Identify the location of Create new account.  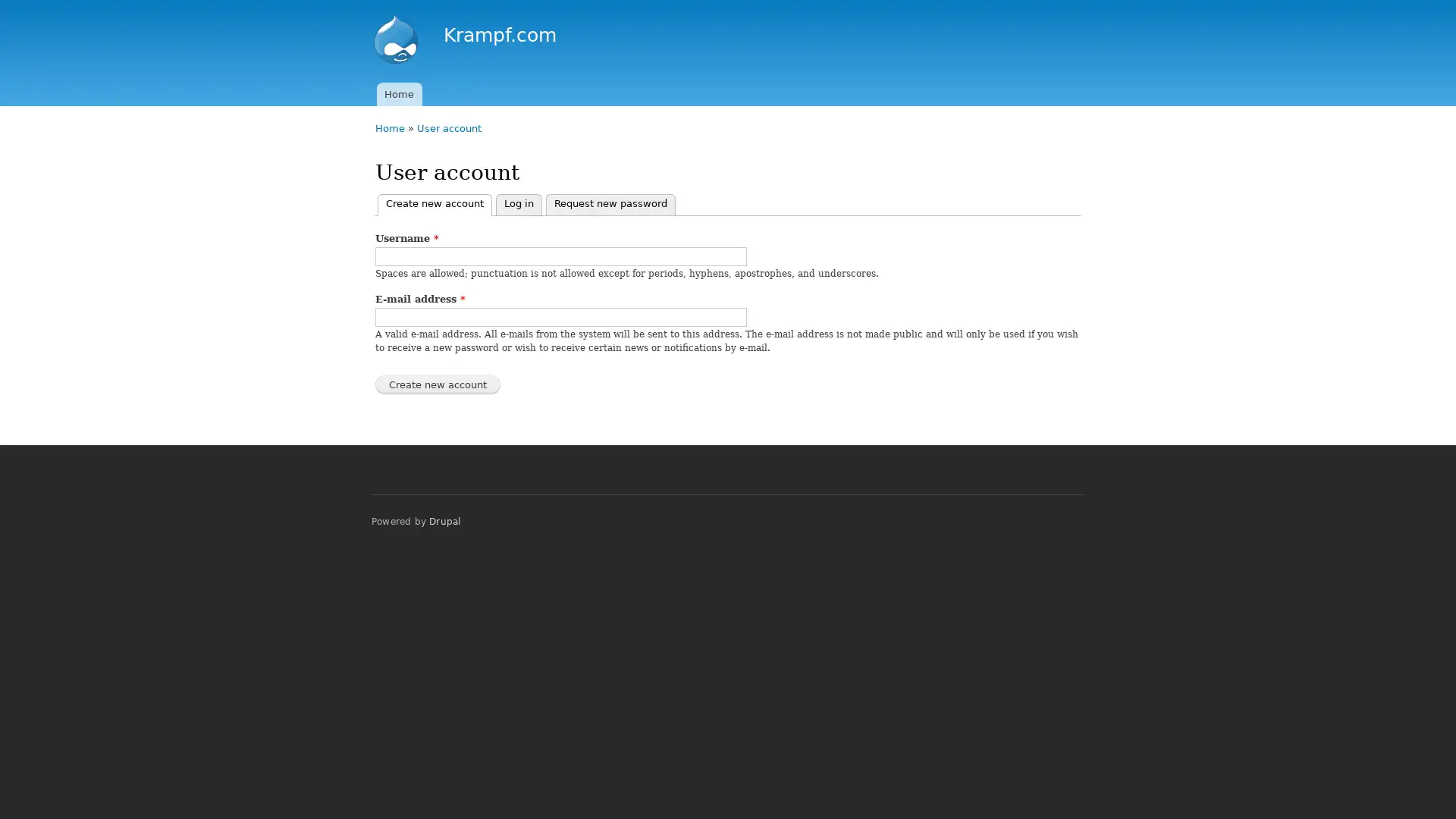
(437, 384).